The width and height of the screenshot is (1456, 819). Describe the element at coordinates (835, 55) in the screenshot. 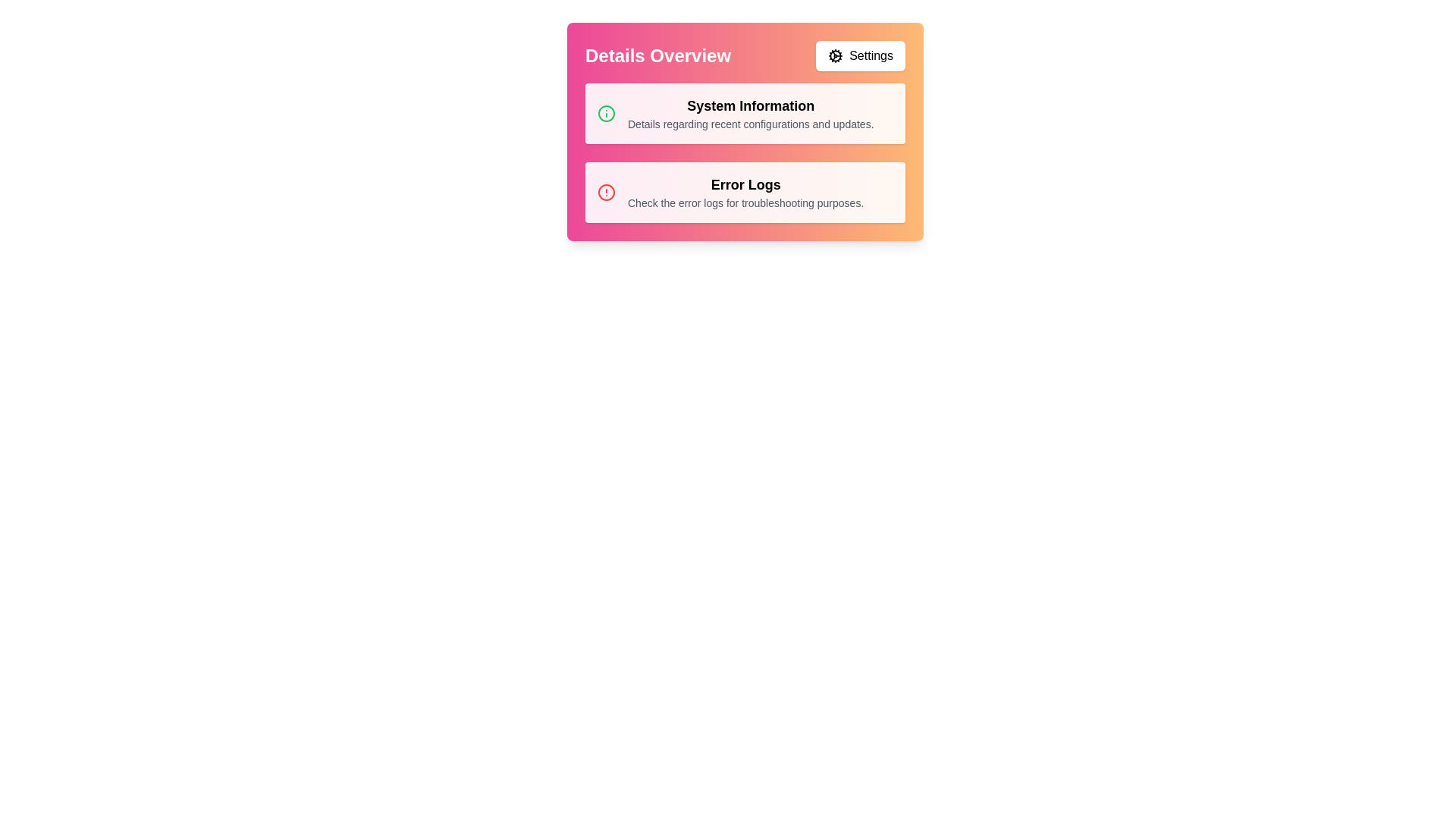

I see `the central circular shape within the gear icon located in the settings button on the upper right of the 'Details Overview' card` at that location.